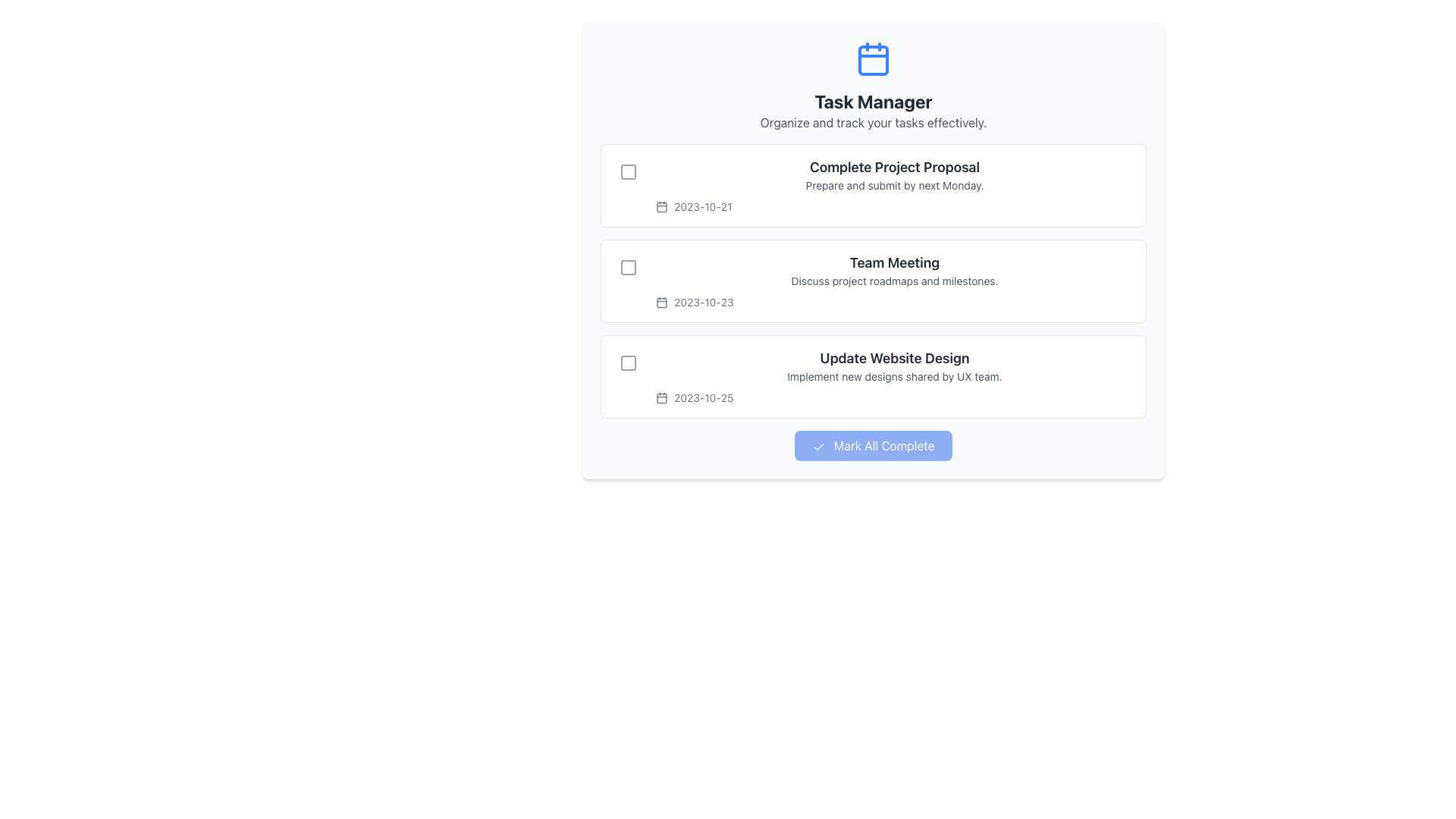 This screenshot has height=819, width=1456. What do you see at coordinates (629, 267) in the screenshot?
I see `the toggle button for the second task entry to change its completion status, which is located to the left of the text 'Team Meeting' and 'Discuss project roadmaps and milestones.'` at bounding box center [629, 267].